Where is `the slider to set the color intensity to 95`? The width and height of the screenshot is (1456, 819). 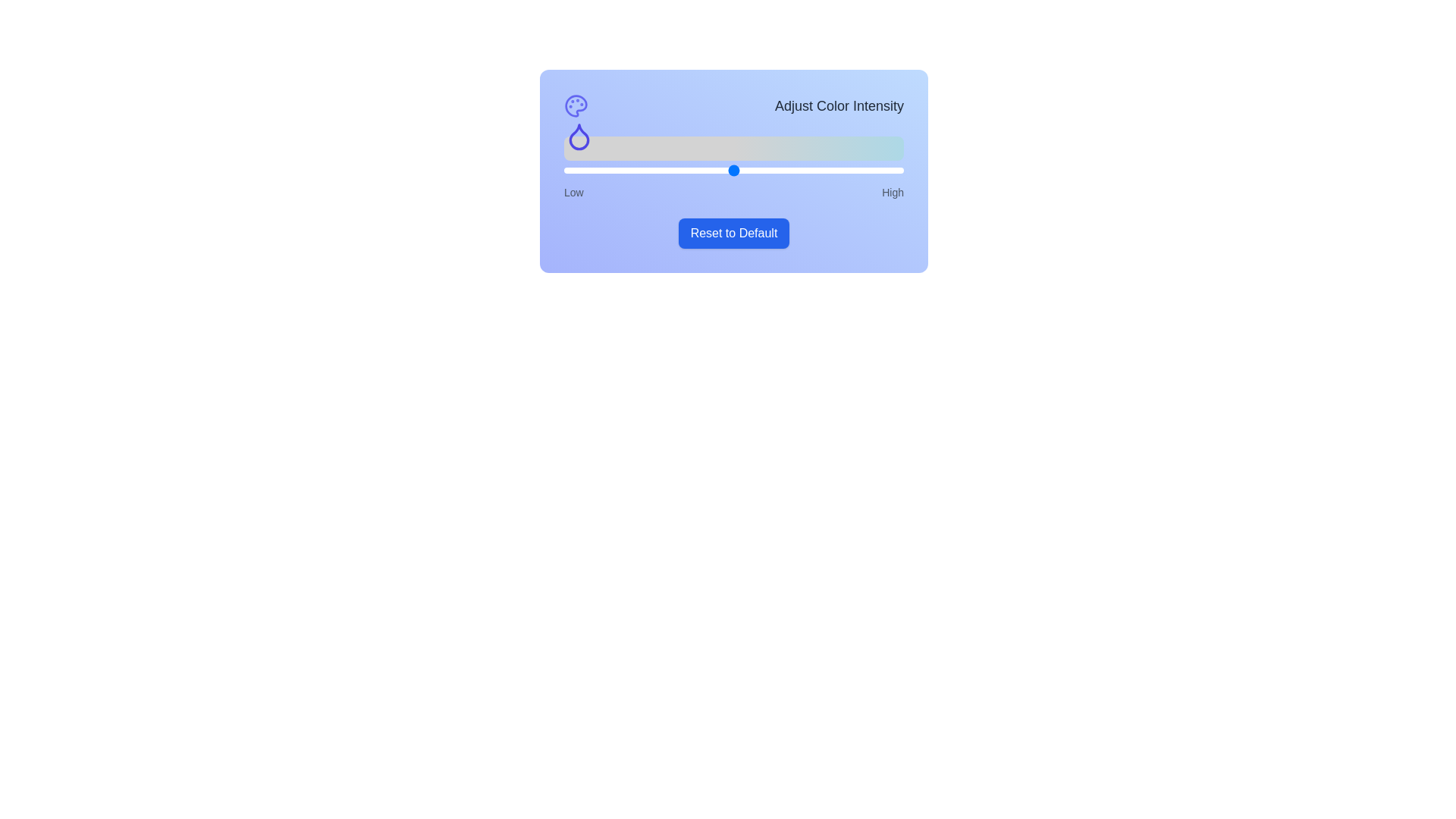 the slider to set the color intensity to 95 is located at coordinates (886, 170).